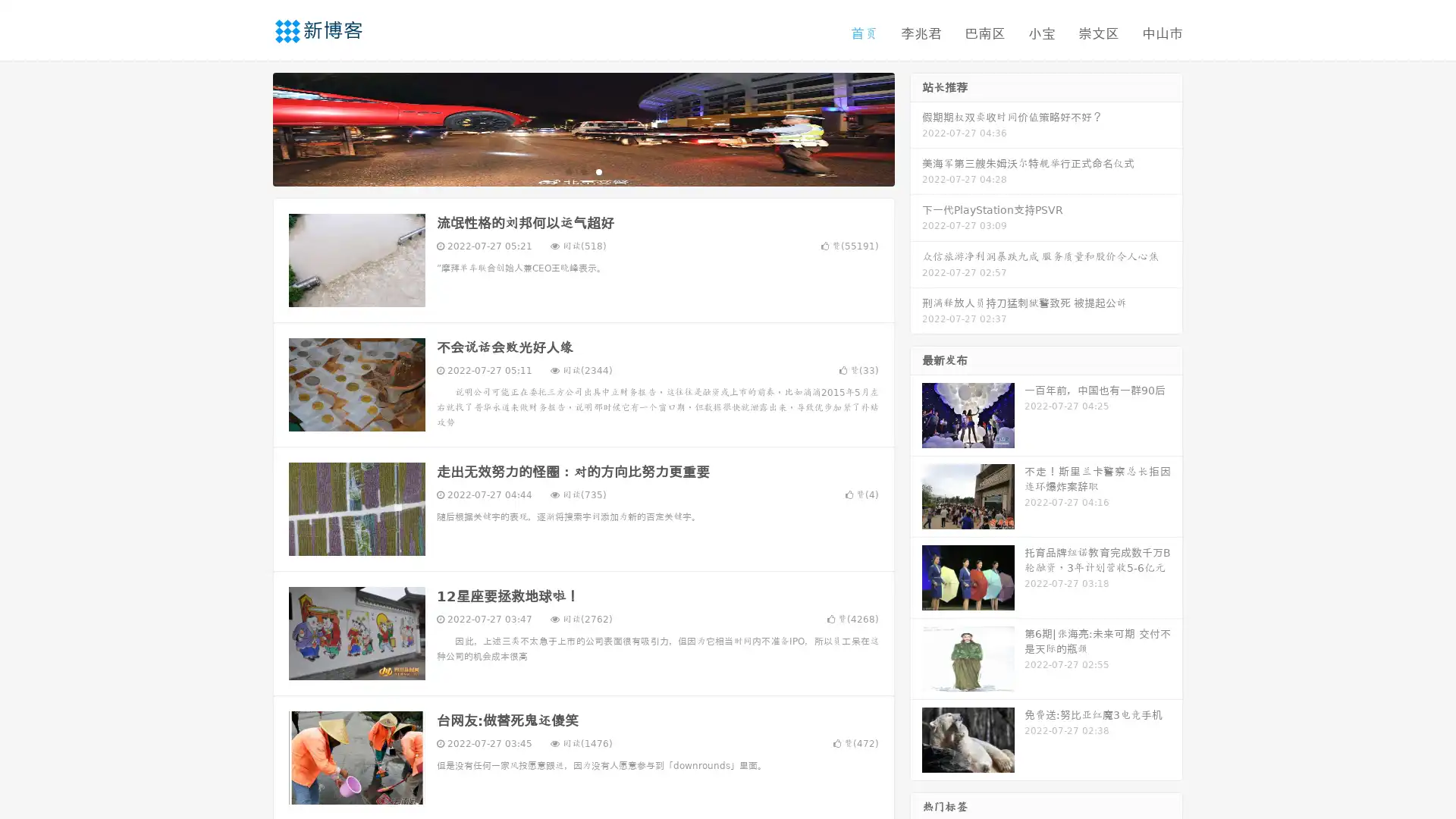 The width and height of the screenshot is (1456, 819). I want to click on Go to slide 2, so click(582, 171).